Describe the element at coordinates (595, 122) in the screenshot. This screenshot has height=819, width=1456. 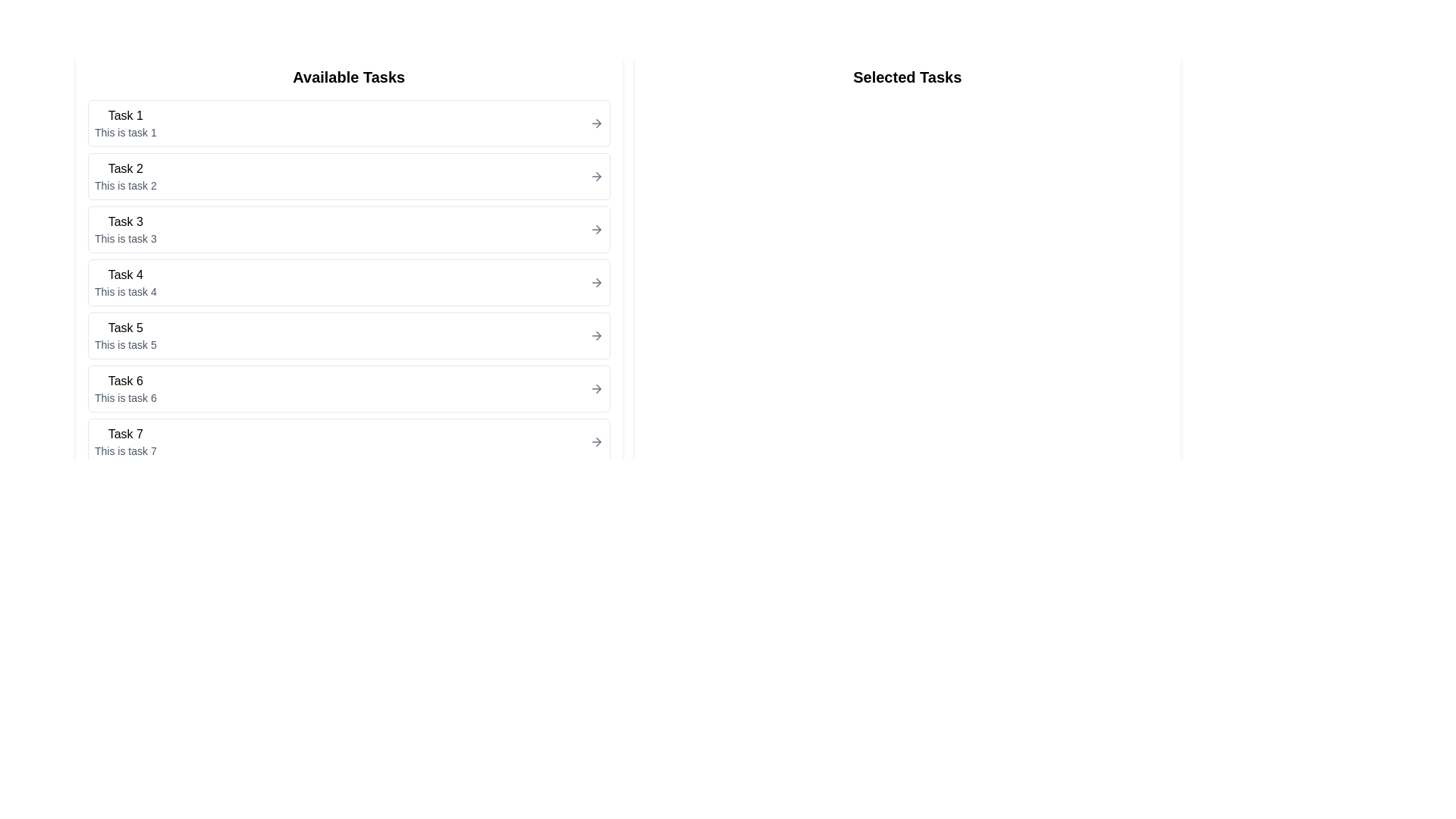
I see `the small right-oriented arrow icon button styled in gray, located on the far-right side of the 'Task 1' card to trigger a styling change` at that location.